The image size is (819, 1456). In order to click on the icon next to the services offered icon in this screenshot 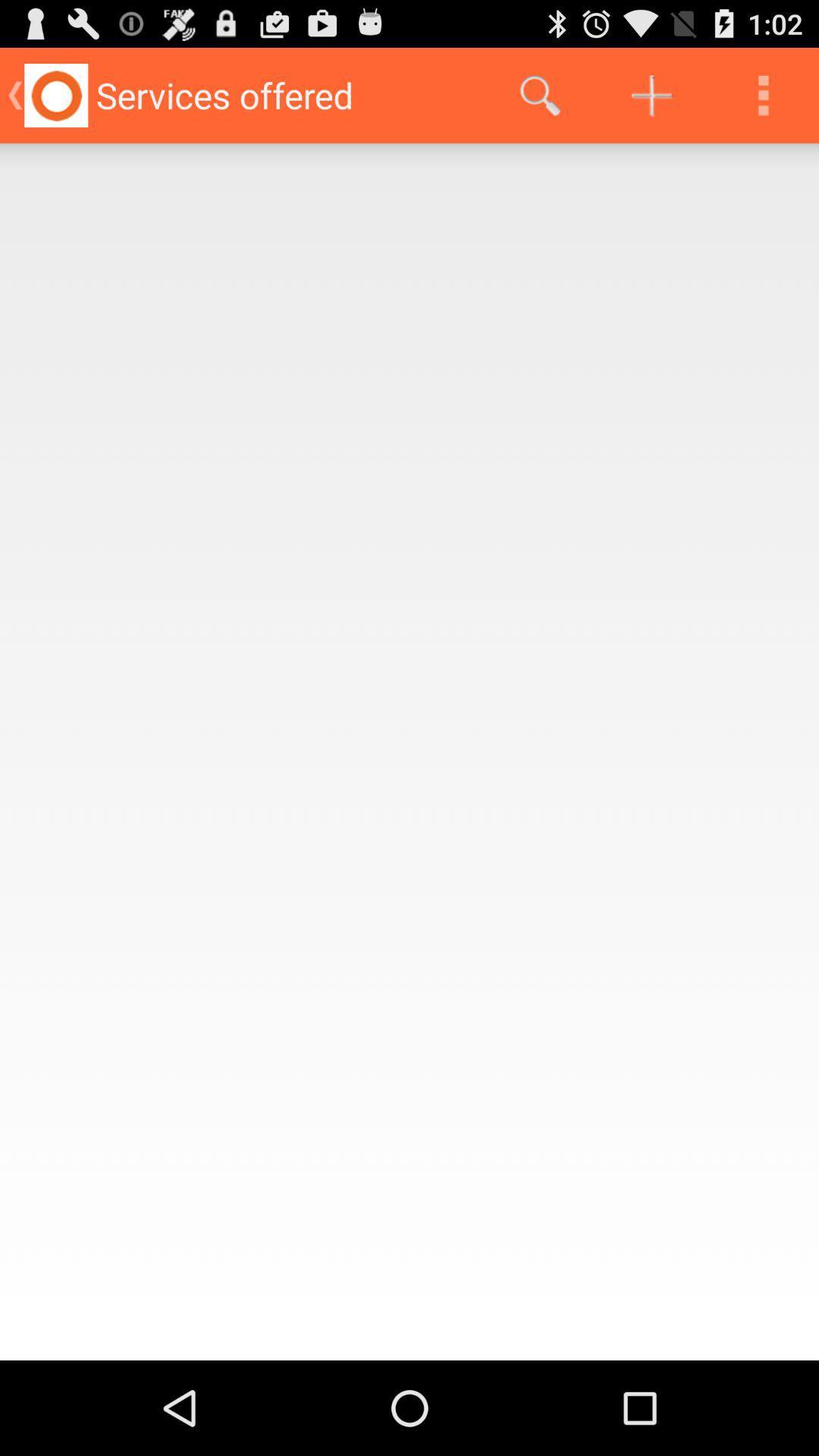, I will do `click(539, 94)`.